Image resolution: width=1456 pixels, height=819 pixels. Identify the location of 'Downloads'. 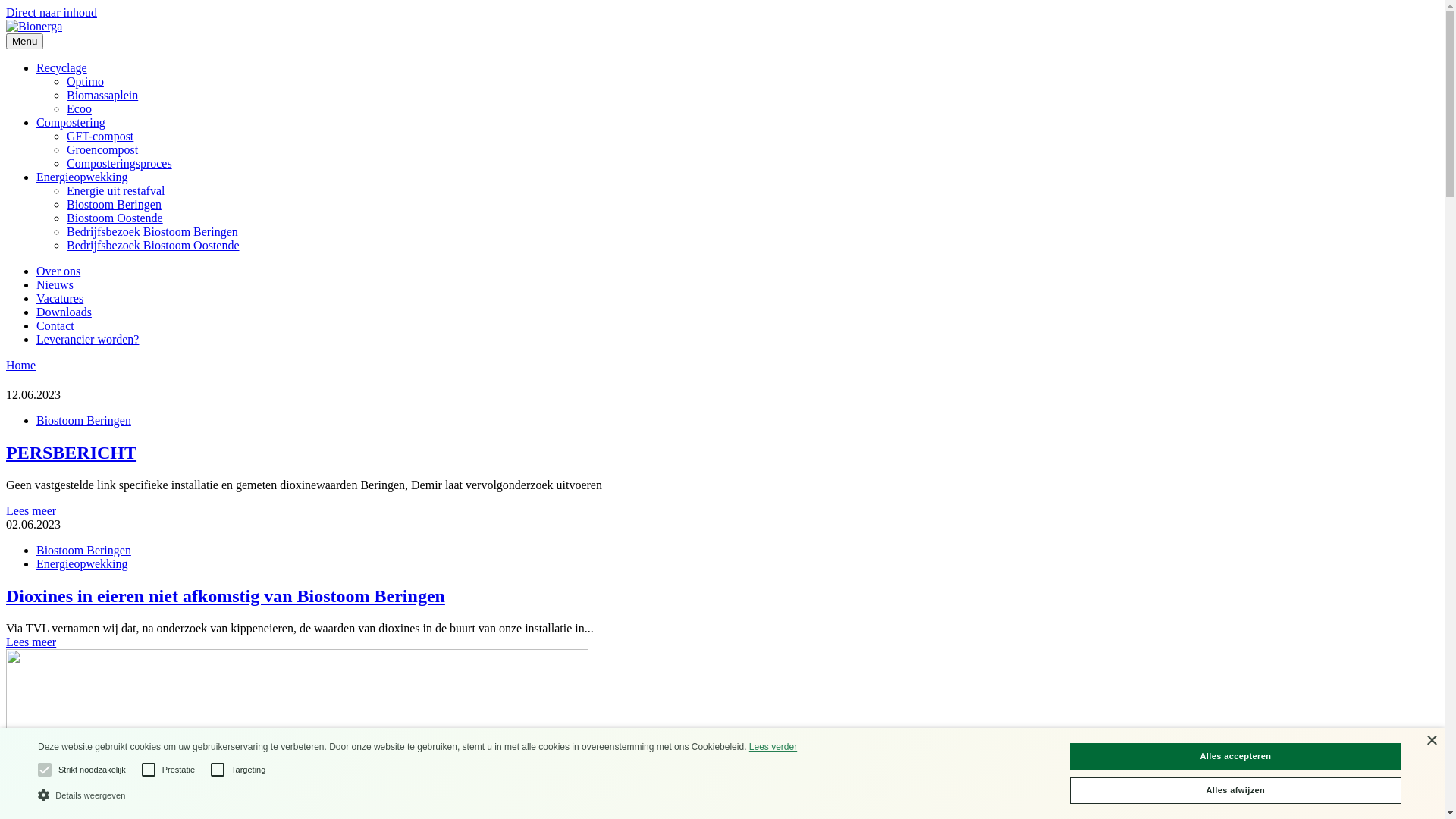
(63, 311).